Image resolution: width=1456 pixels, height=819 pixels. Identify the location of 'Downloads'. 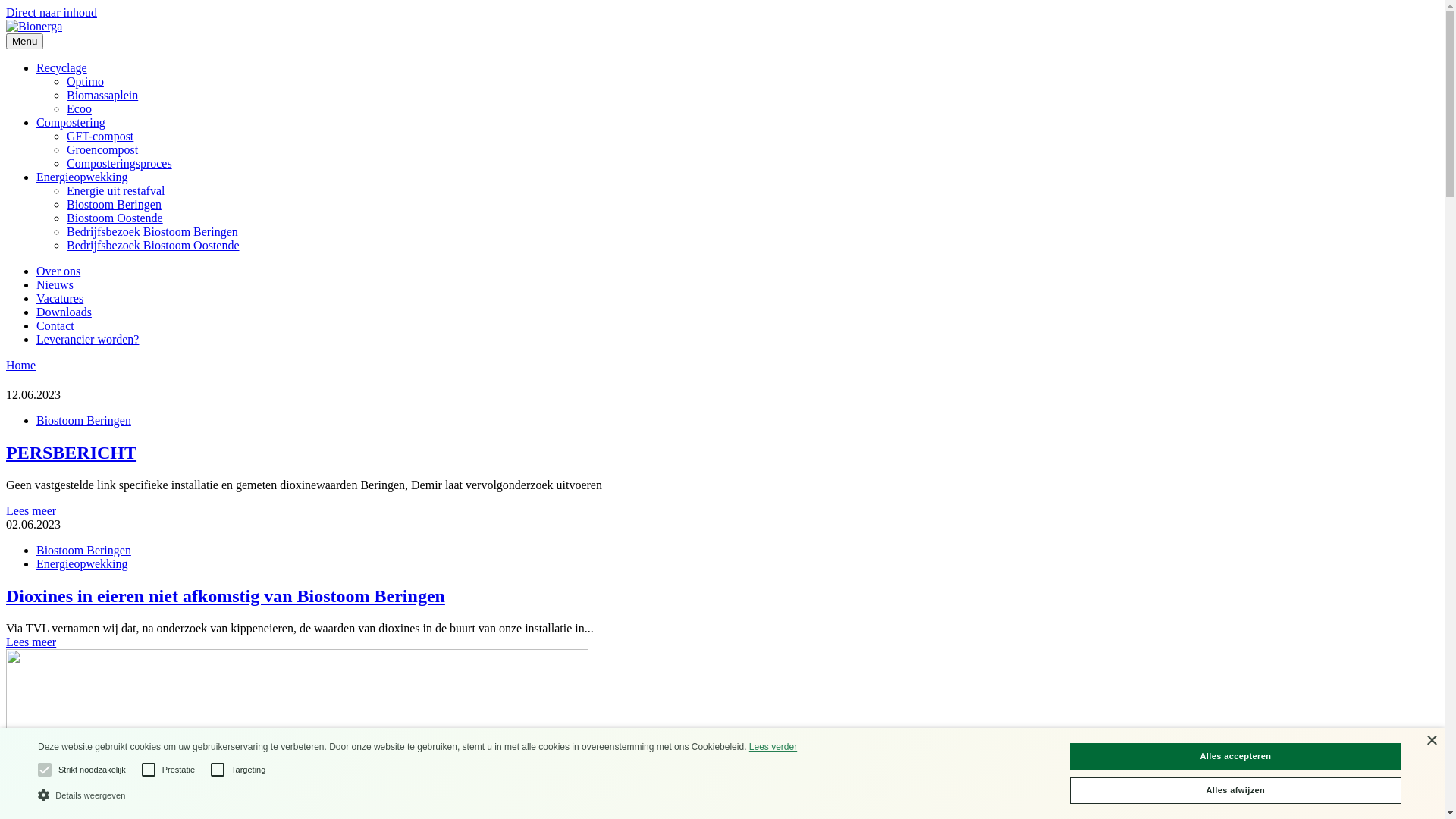
(63, 311).